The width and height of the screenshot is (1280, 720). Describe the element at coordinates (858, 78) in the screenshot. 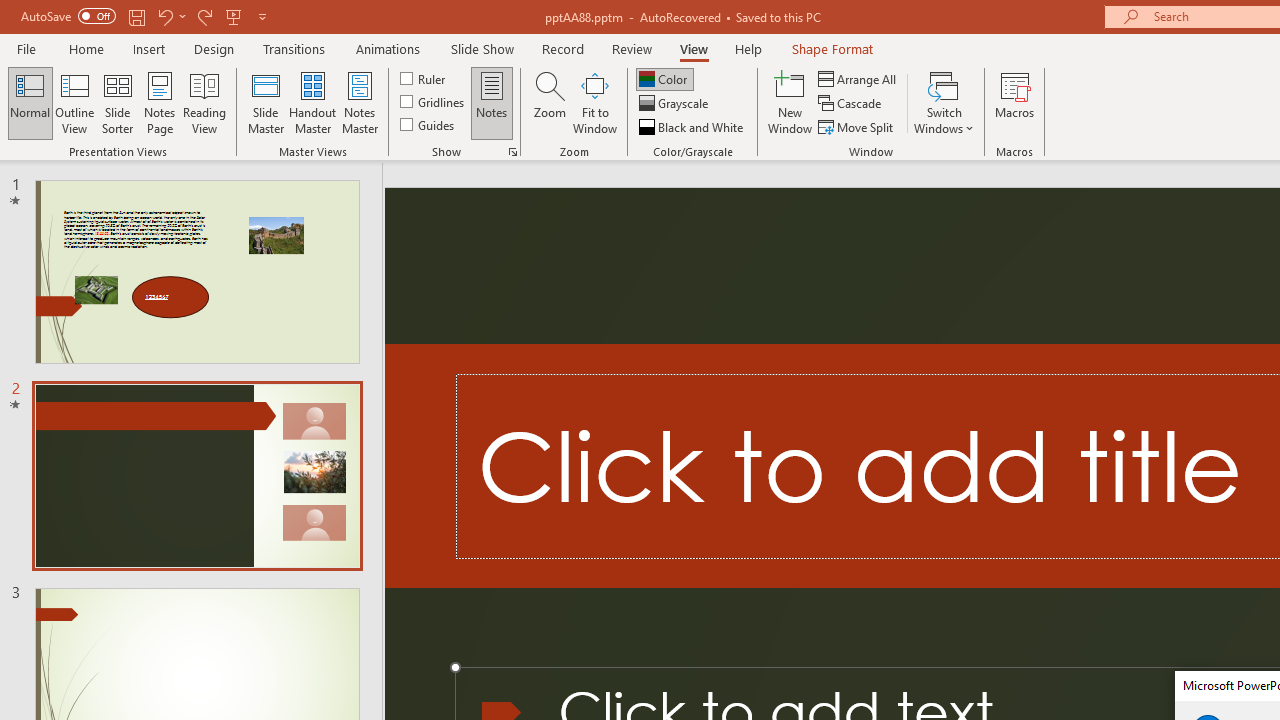

I see `'Arrange All'` at that location.